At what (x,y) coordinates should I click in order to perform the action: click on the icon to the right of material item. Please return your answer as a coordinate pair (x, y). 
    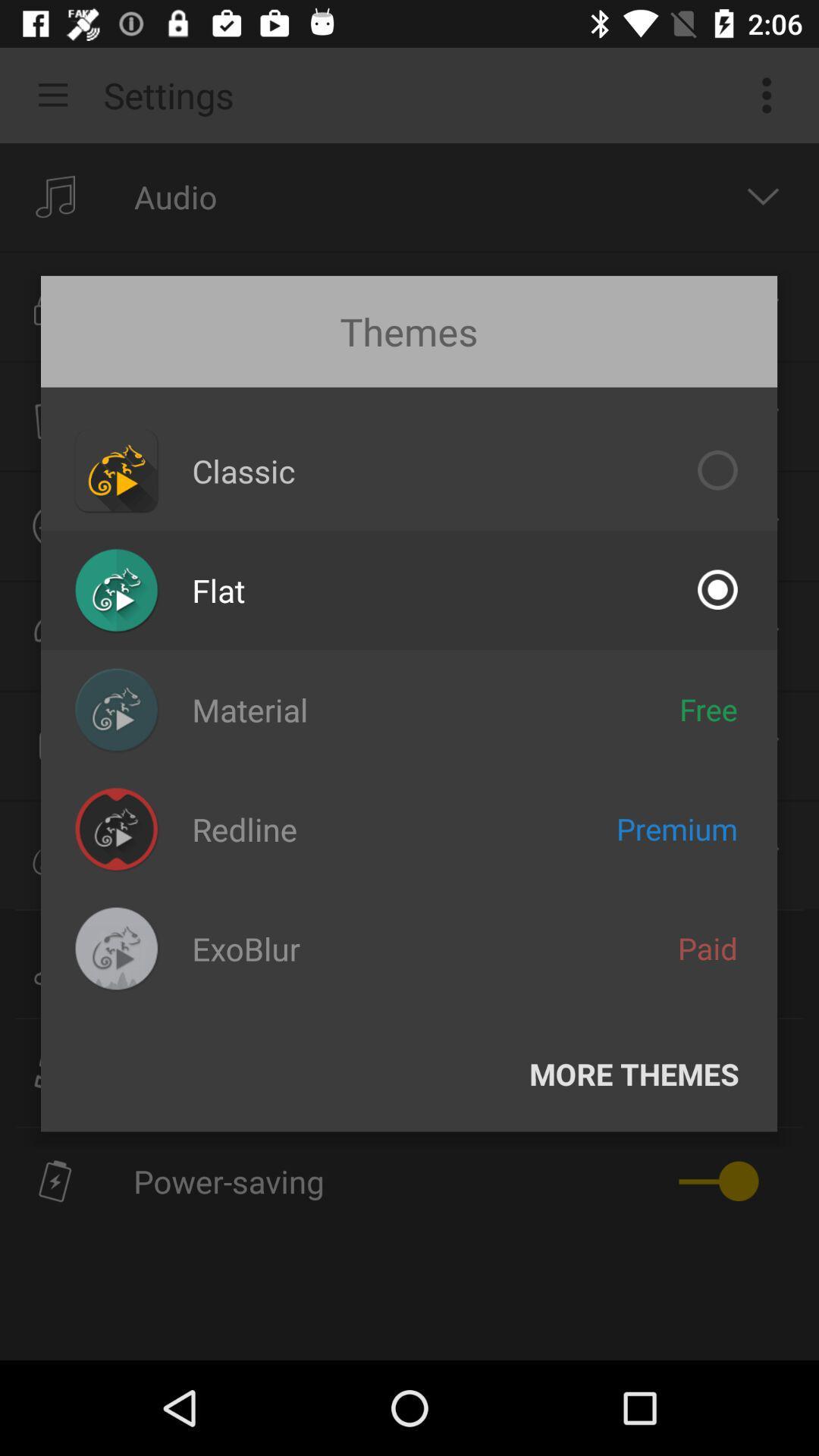
    Looking at the image, I should click on (708, 708).